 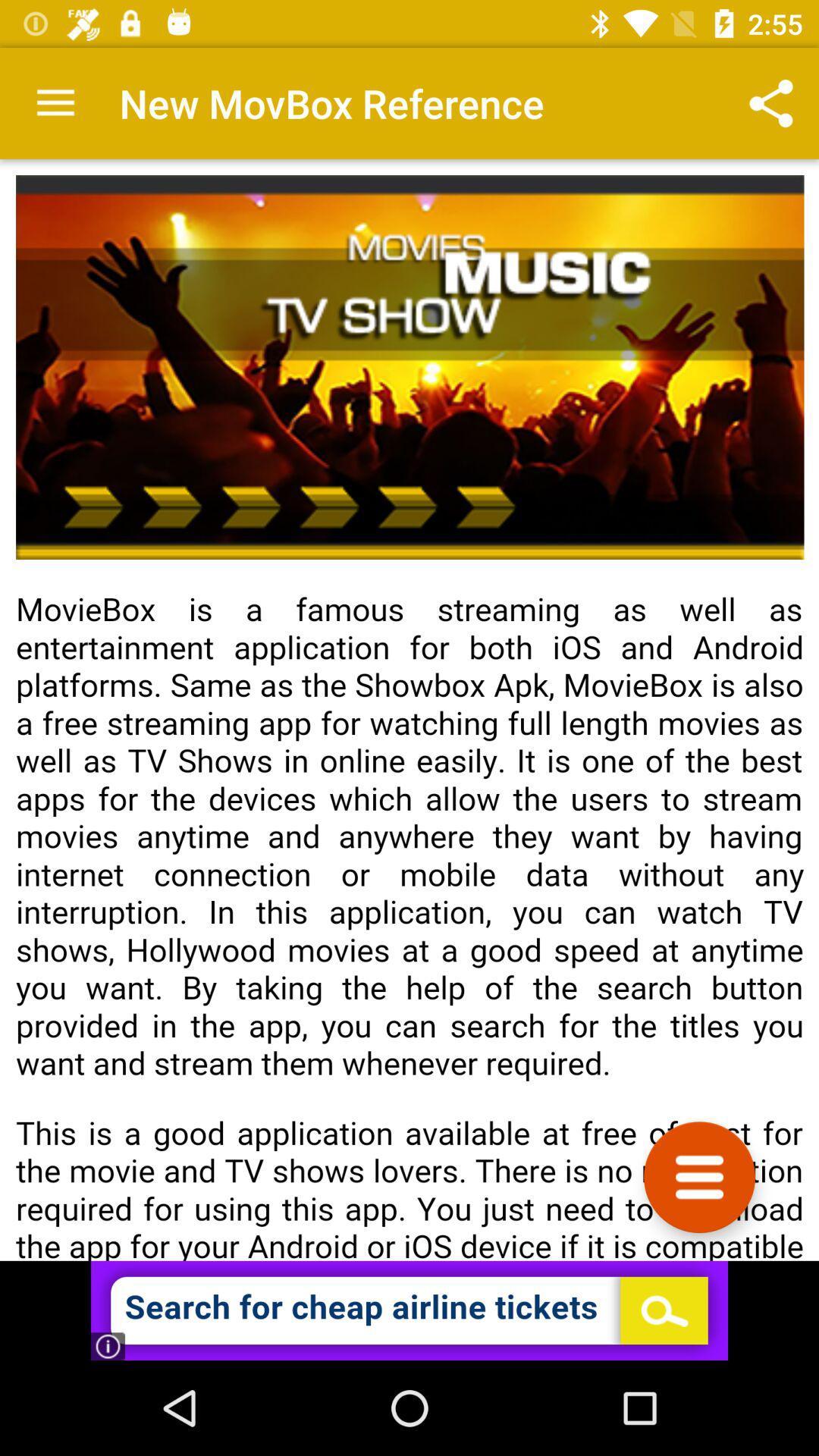 I want to click on advertisement, so click(x=409, y=1310).